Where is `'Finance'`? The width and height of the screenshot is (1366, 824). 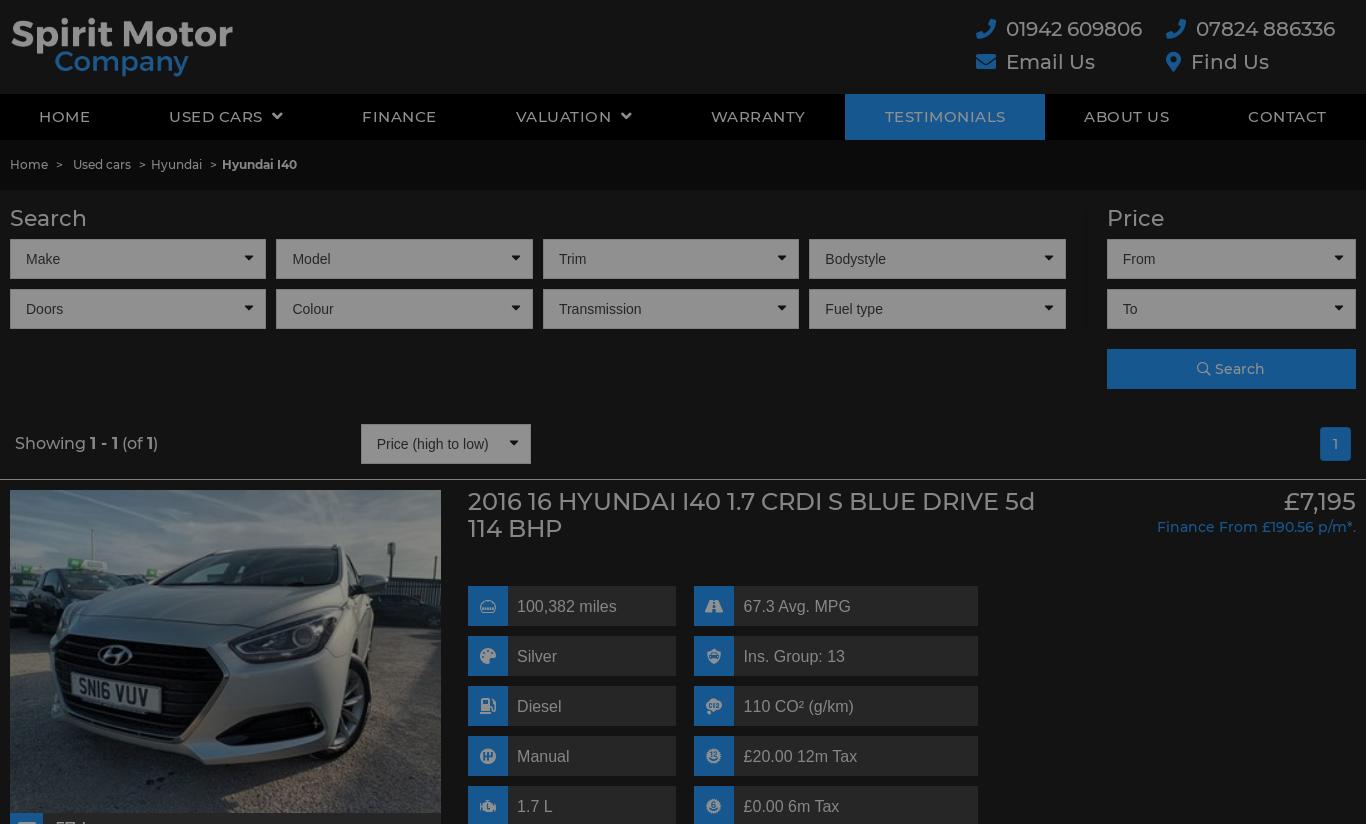 'Finance' is located at coordinates (360, 116).